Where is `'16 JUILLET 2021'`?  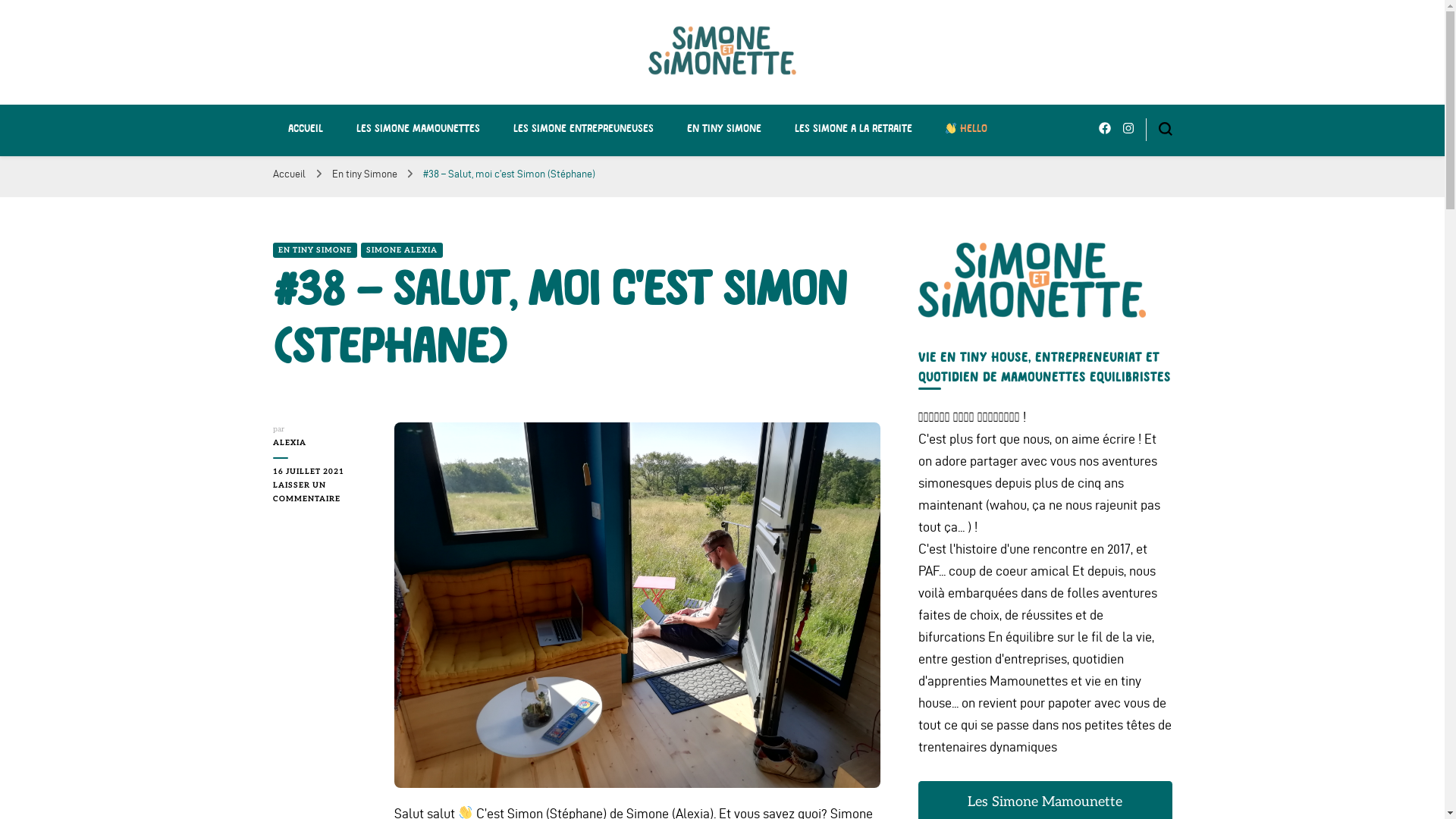
'16 JUILLET 2021' is located at coordinates (322, 470).